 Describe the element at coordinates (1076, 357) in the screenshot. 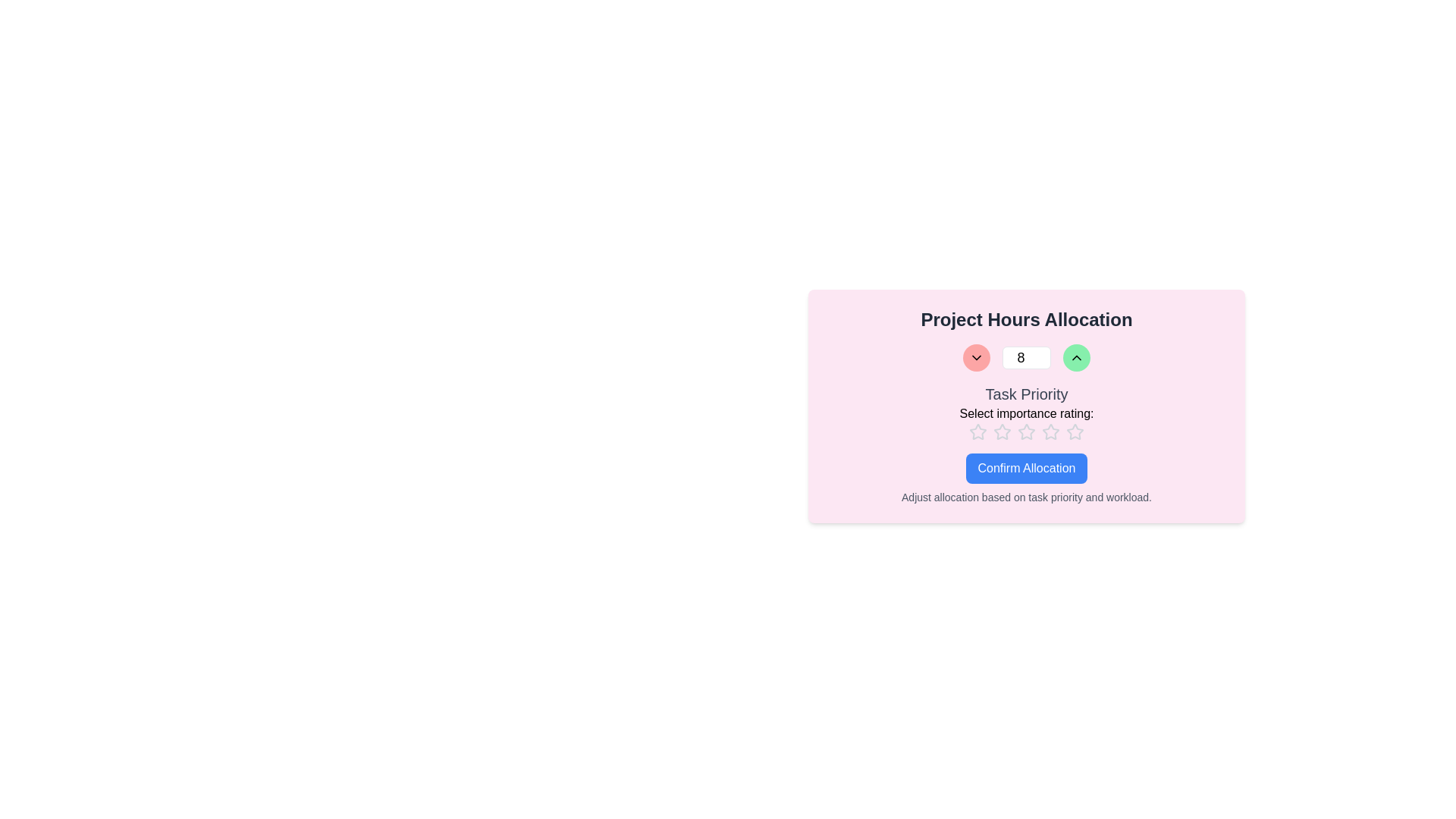

I see `the Increment button, represented as an upward chevron icon inside a green circular button` at that location.